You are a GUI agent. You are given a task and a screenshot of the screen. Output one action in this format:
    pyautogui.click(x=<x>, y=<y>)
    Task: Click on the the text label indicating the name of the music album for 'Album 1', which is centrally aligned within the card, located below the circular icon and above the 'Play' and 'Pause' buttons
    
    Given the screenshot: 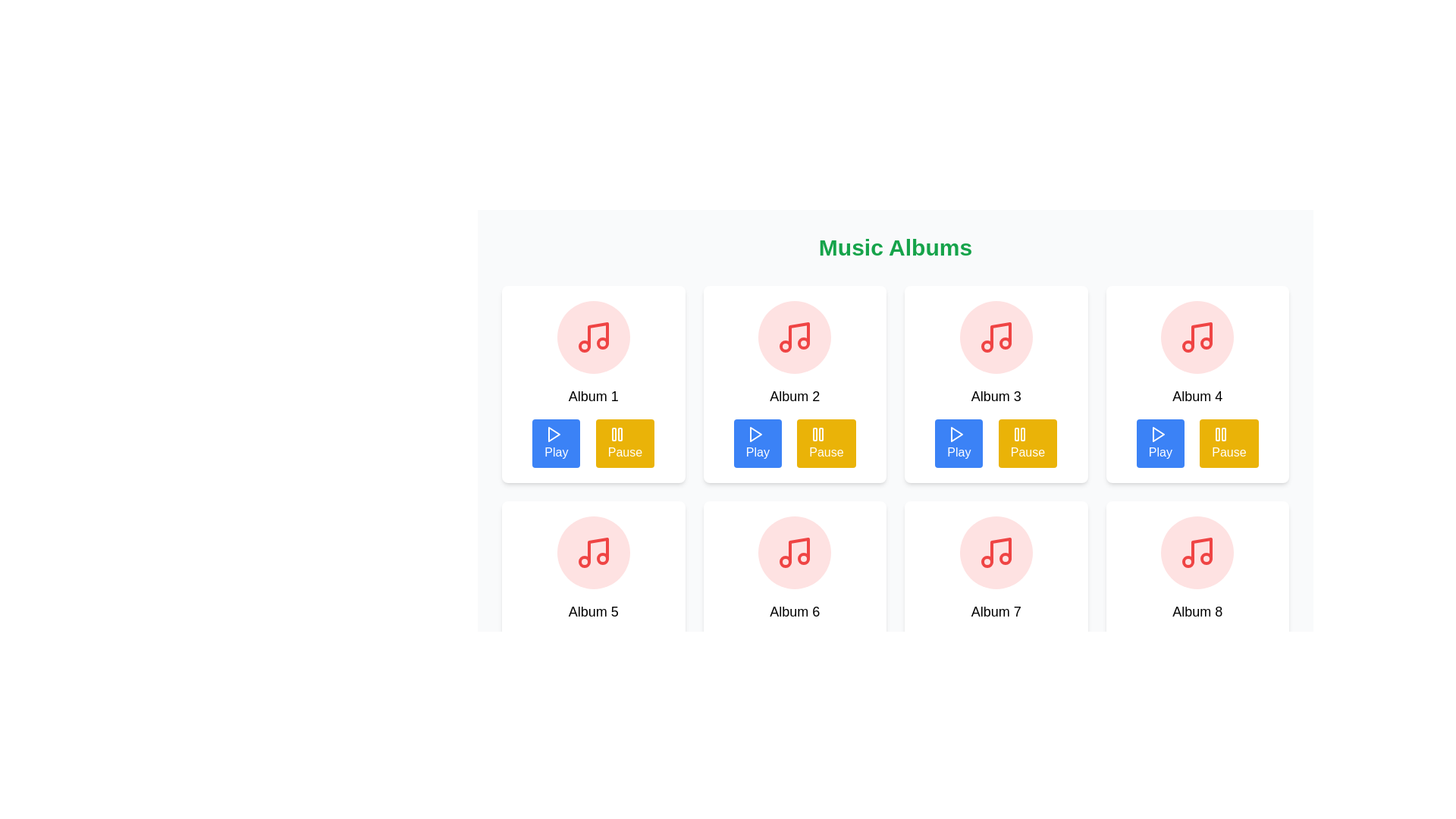 What is the action you would take?
    pyautogui.click(x=592, y=396)
    